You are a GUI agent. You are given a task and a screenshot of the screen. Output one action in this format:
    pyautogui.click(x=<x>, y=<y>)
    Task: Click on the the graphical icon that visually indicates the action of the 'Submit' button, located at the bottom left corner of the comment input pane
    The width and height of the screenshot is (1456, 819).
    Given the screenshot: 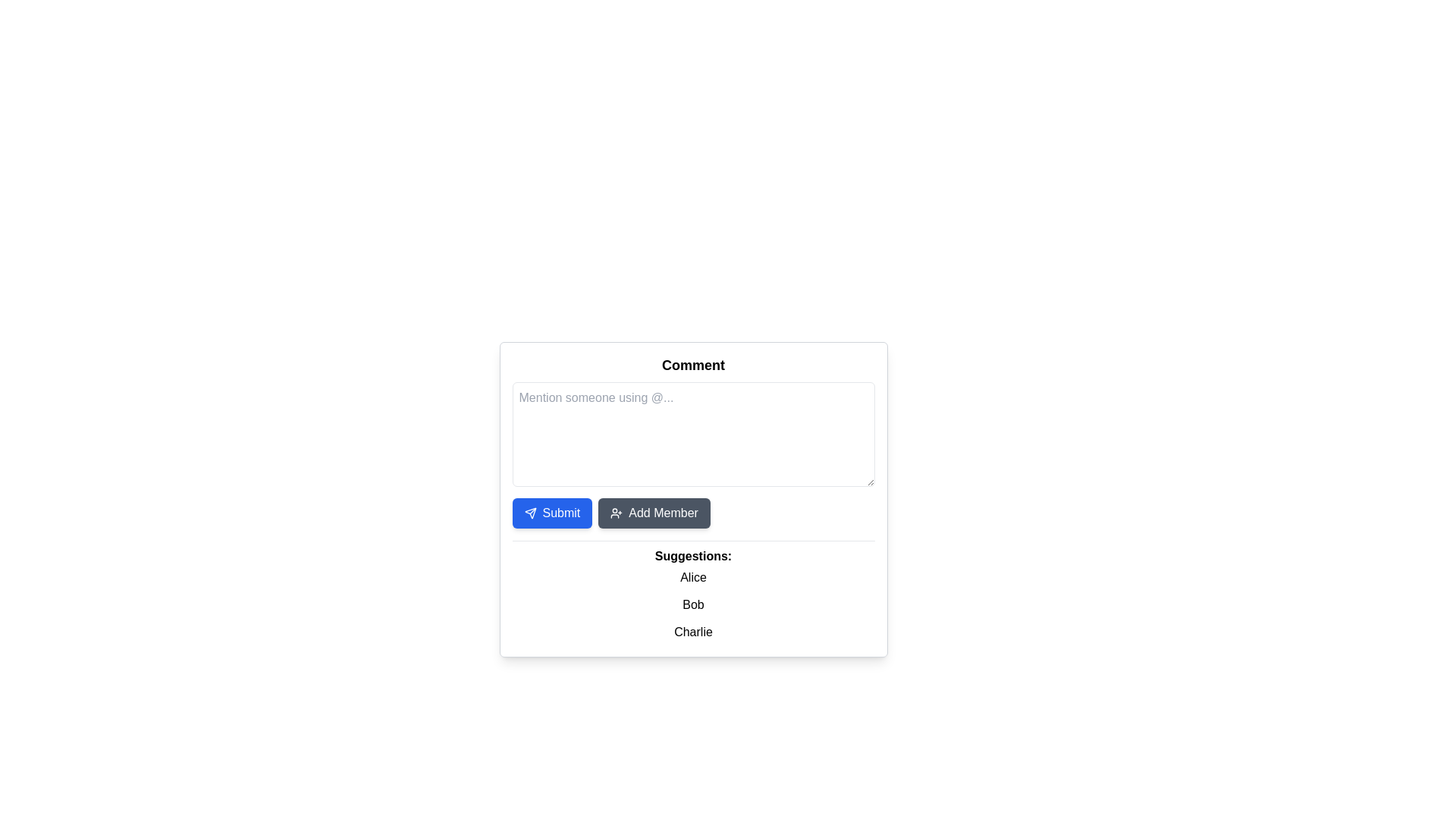 What is the action you would take?
    pyautogui.click(x=530, y=513)
    